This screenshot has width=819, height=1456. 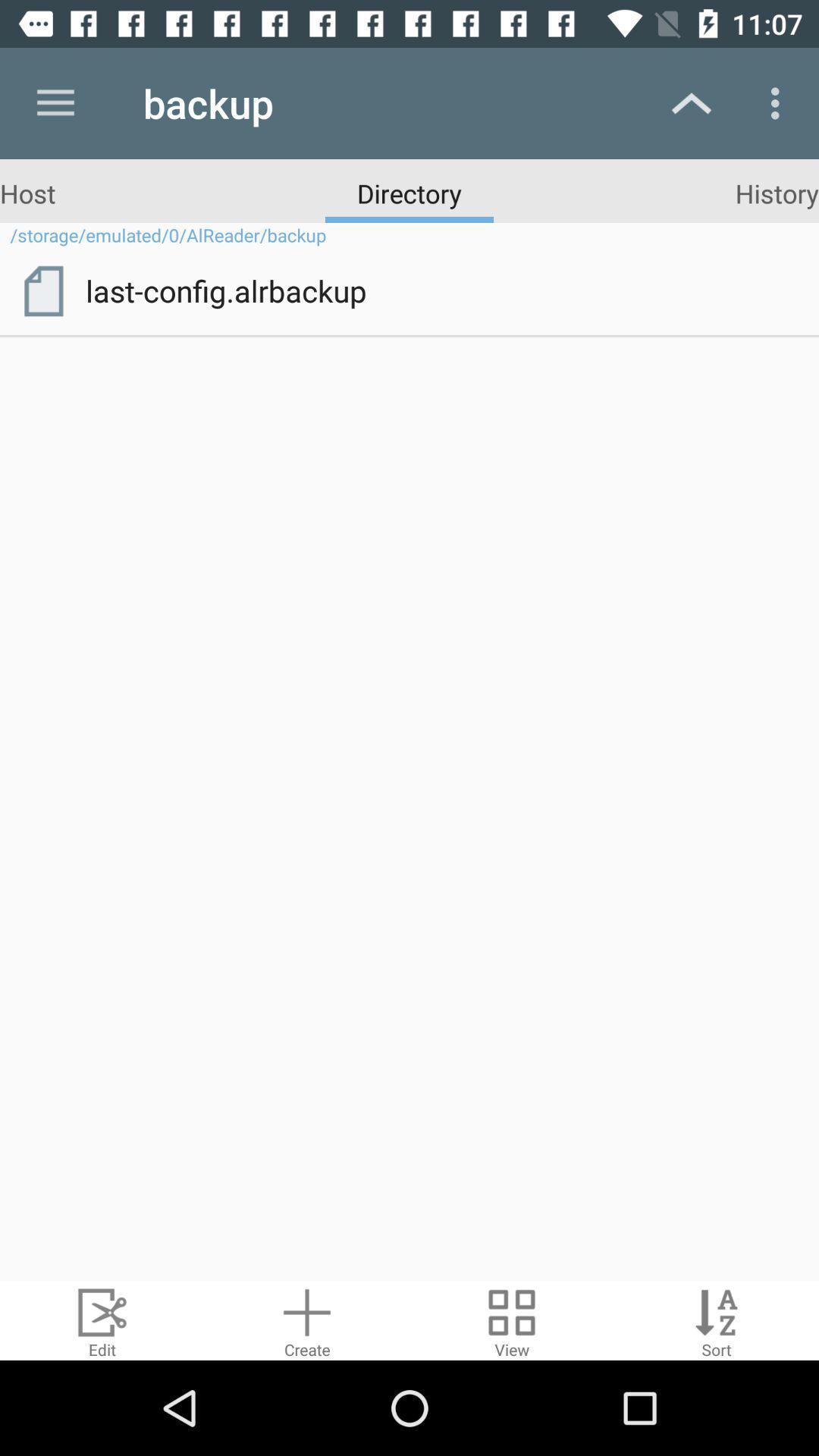 What do you see at coordinates (55, 102) in the screenshot?
I see `item to the left of backup` at bounding box center [55, 102].